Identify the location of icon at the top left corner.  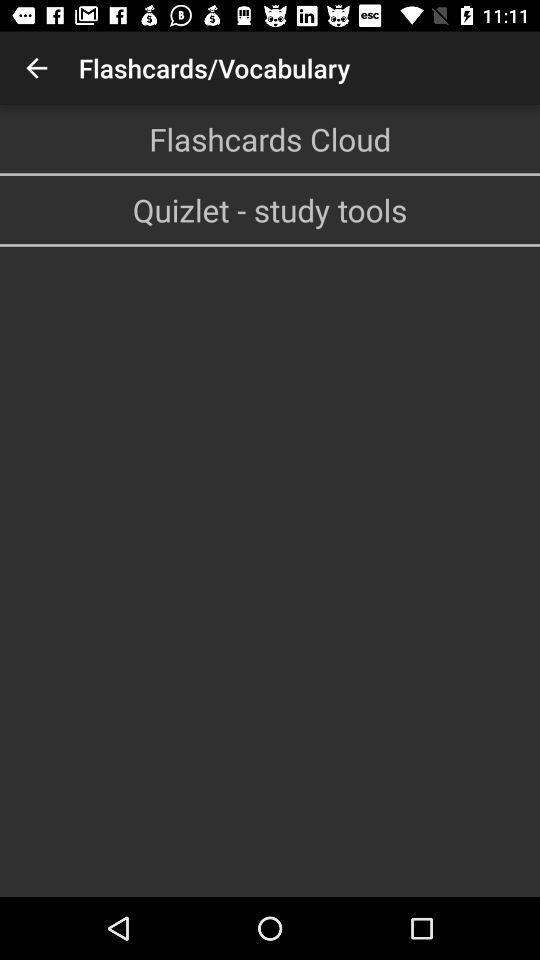
(36, 68).